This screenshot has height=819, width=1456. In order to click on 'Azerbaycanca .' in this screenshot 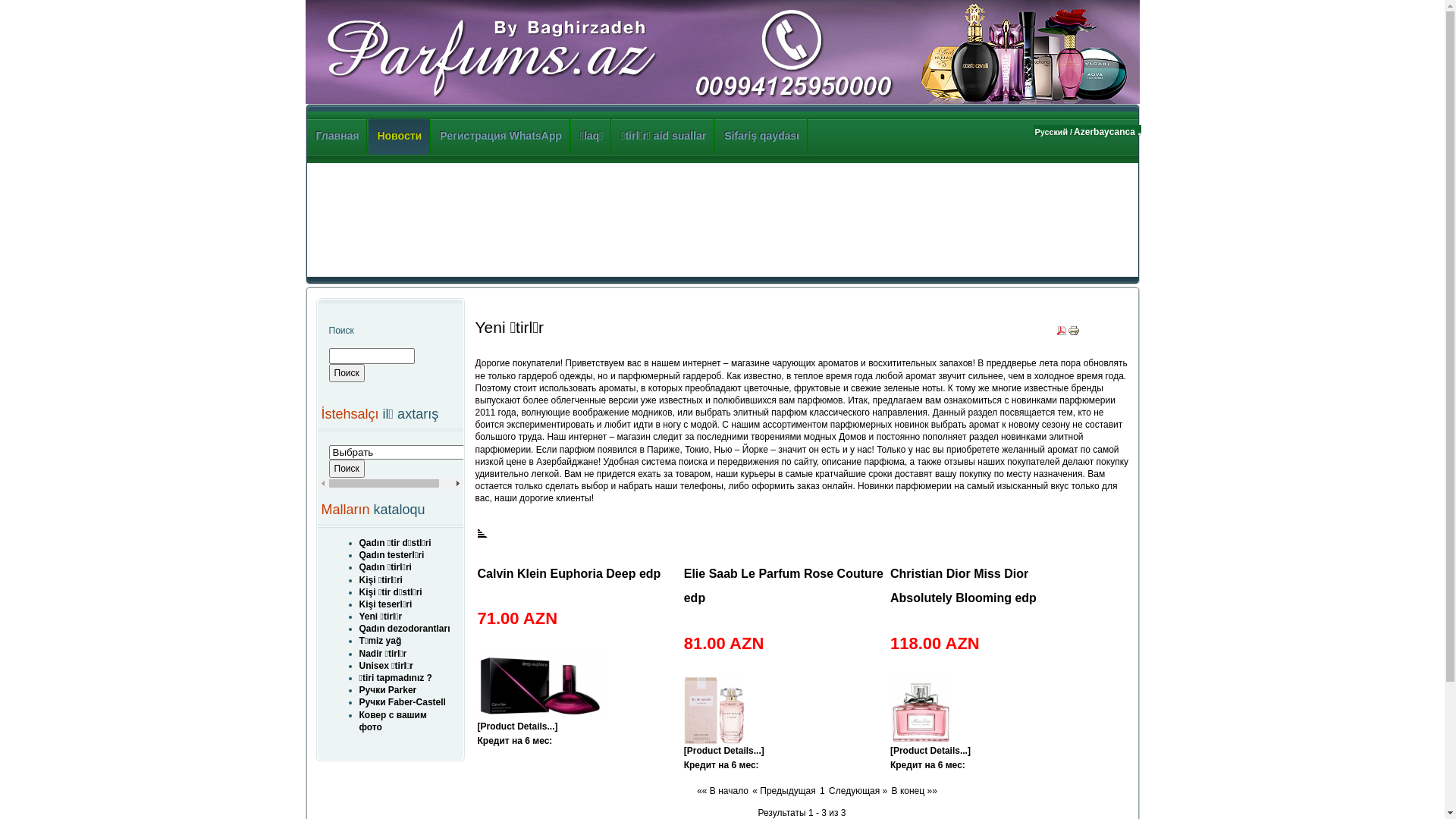, I will do `click(1106, 130)`.